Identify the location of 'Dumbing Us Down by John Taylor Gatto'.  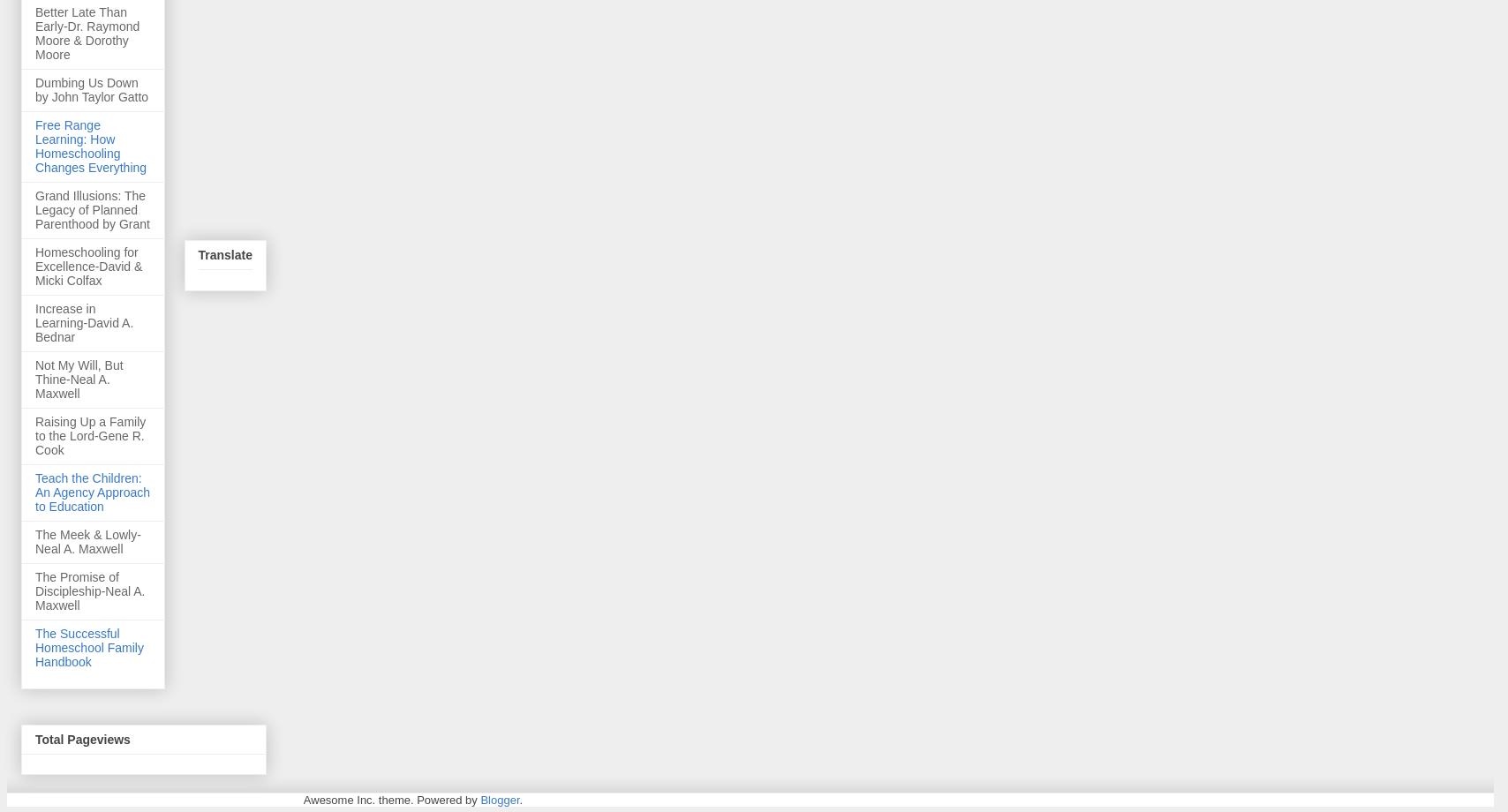
(92, 89).